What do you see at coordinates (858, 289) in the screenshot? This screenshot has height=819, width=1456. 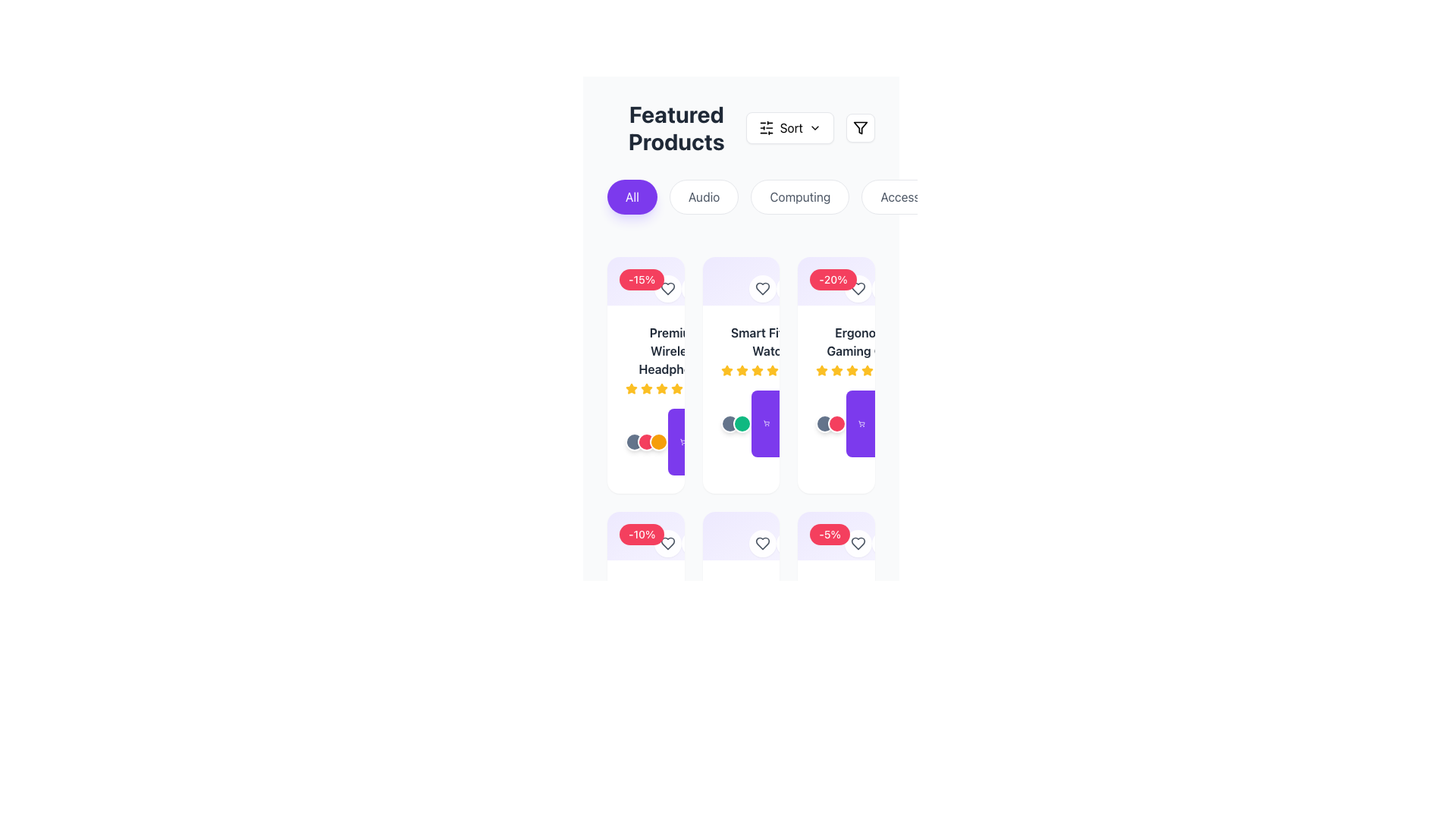 I see `the heart icon located in the top-right area of the product card to mark it as favorite or add it to the wishlist` at bounding box center [858, 289].